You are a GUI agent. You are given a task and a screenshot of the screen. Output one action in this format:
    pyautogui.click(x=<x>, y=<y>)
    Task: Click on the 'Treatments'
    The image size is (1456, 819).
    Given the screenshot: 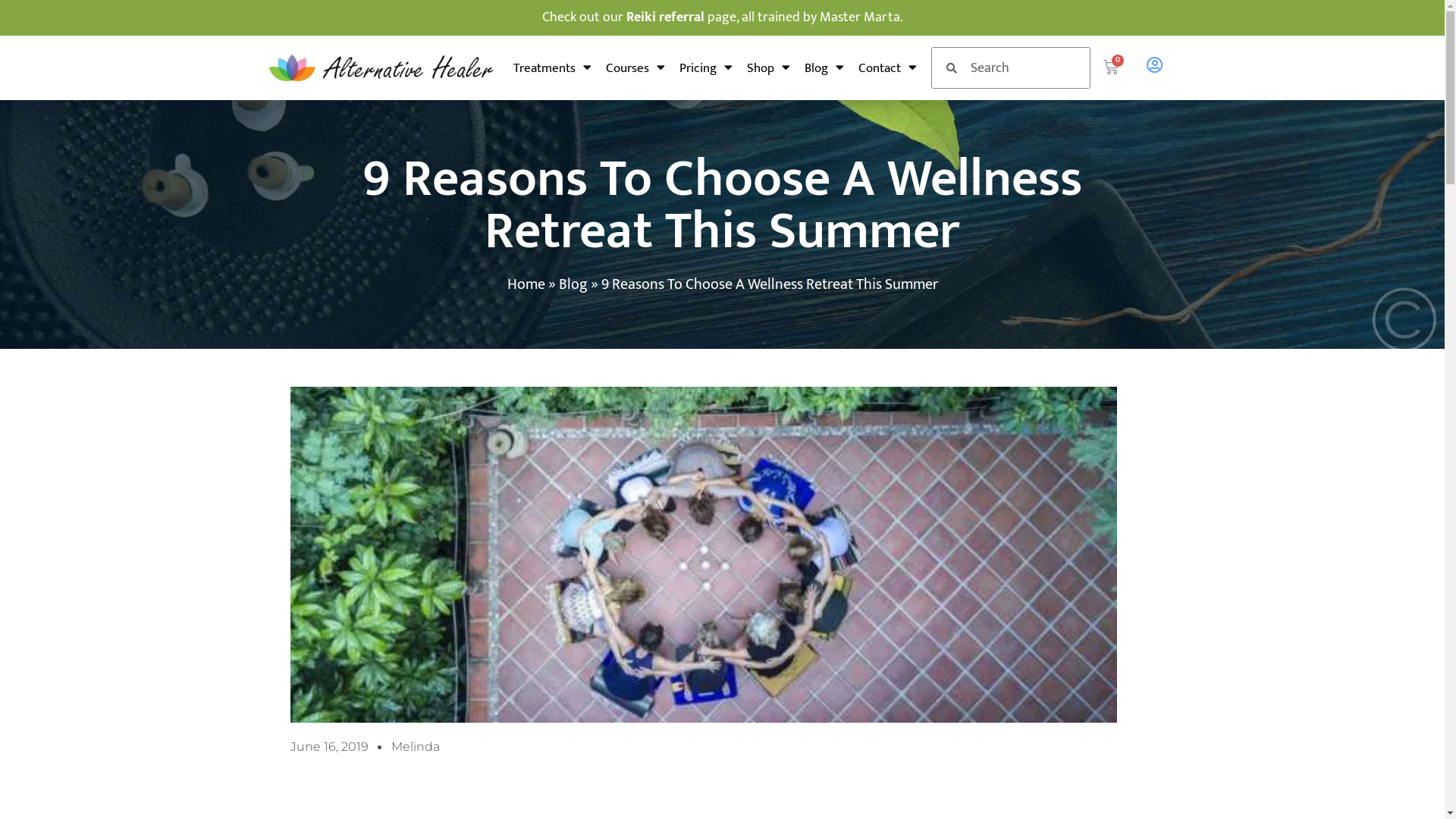 What is the action you would take?
    pyautogui.click(x=513, y=66)
    